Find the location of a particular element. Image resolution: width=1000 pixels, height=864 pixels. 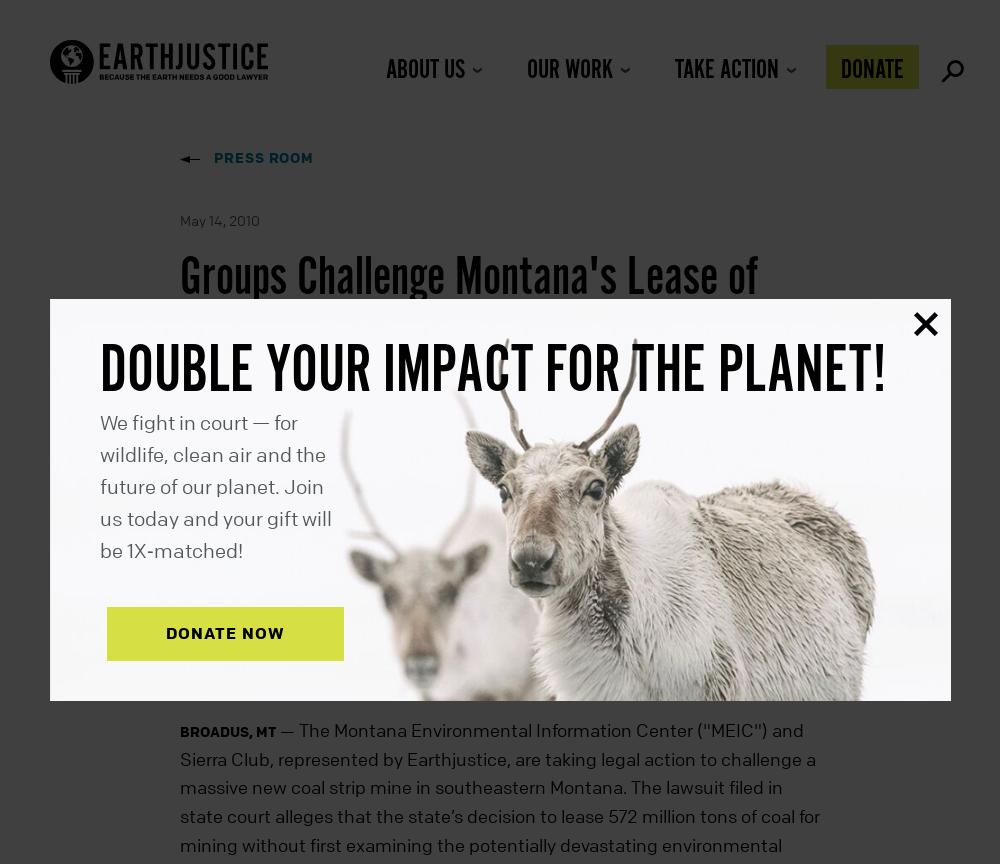

'About Us' is located at coordinates (424, 70).